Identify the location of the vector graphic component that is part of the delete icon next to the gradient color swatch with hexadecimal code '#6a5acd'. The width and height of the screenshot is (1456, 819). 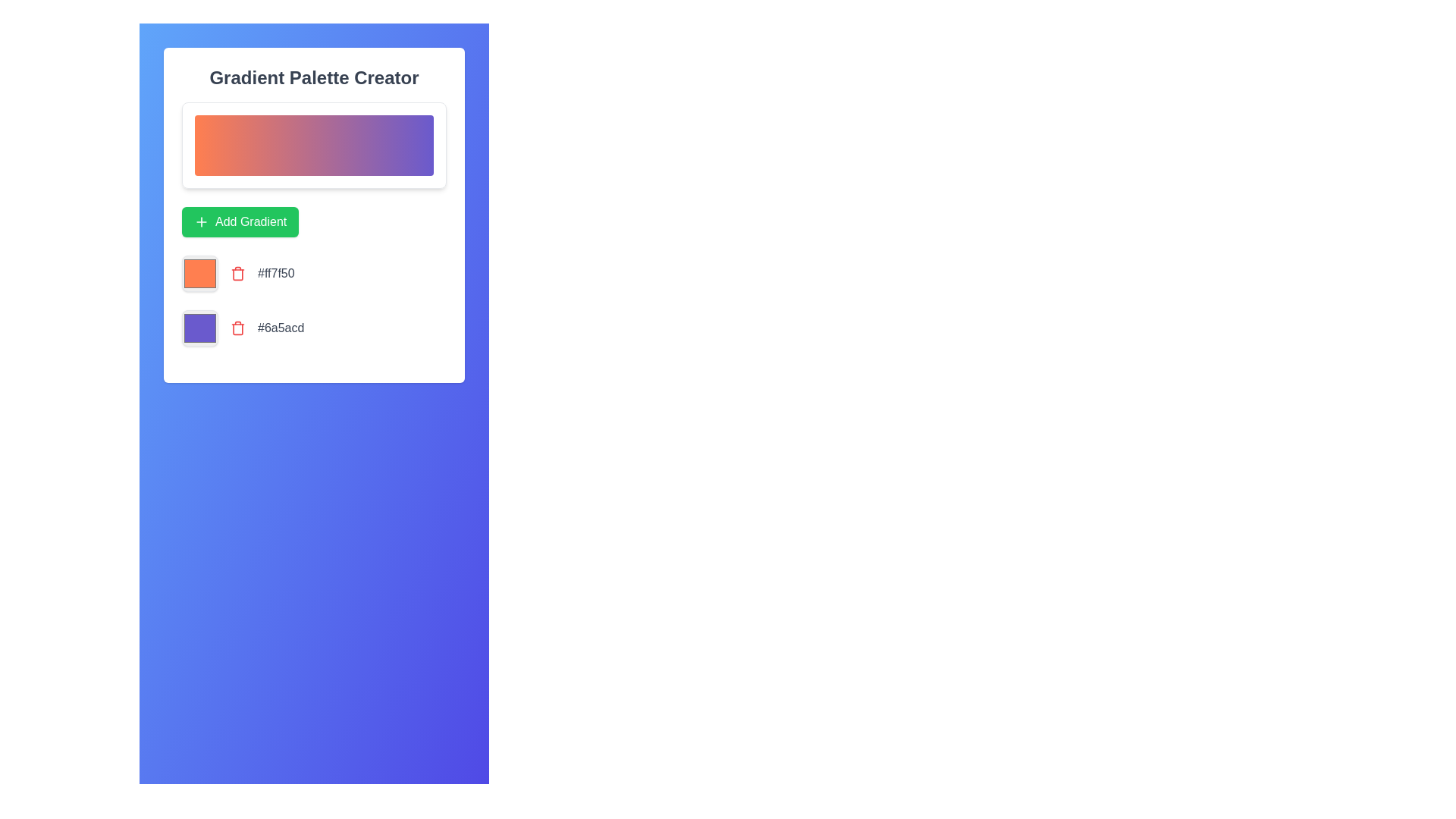
(237, 328).